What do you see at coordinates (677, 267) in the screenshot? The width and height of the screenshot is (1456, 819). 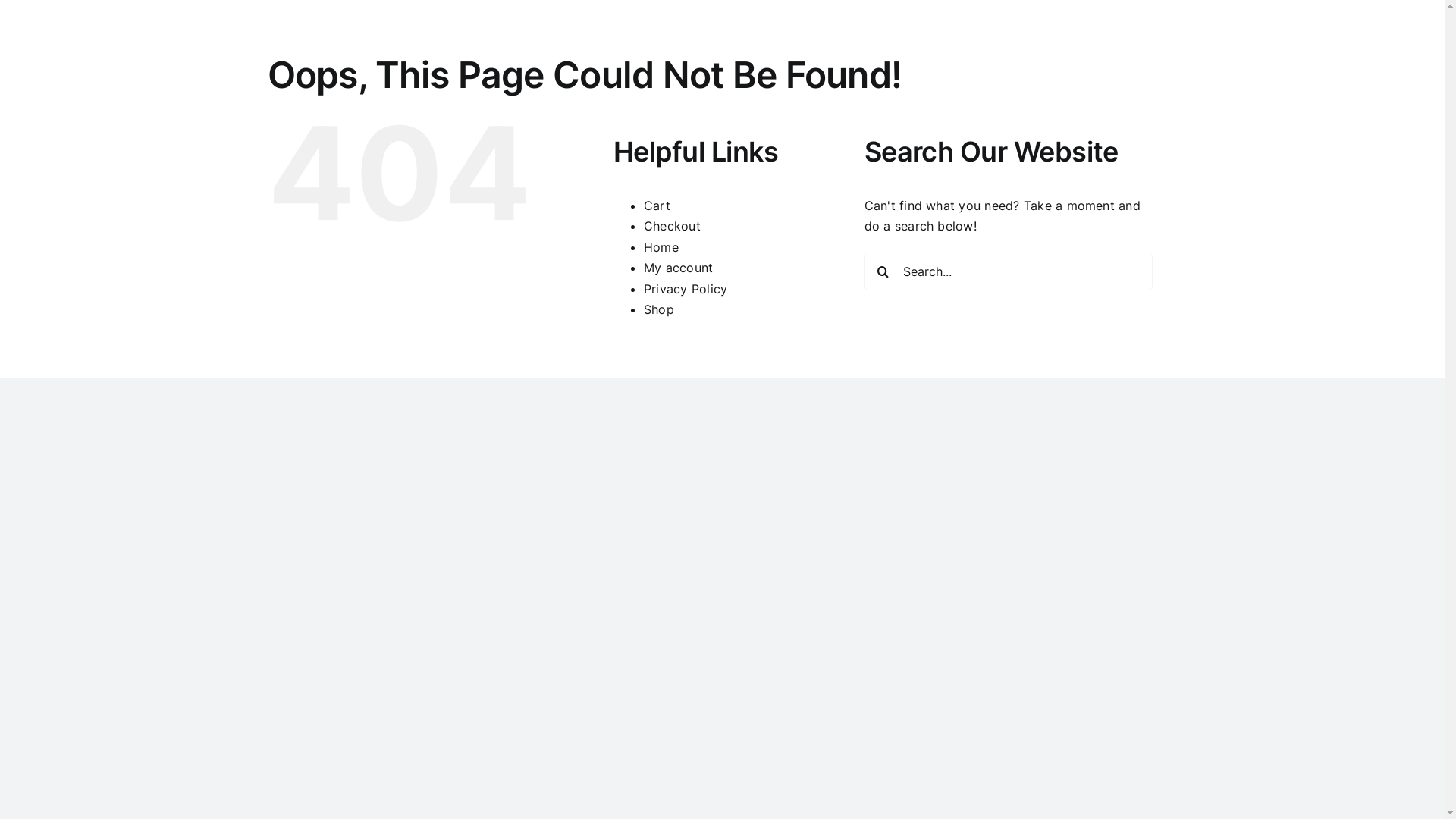 I see `'My account'` at bounding box center [677, 267].